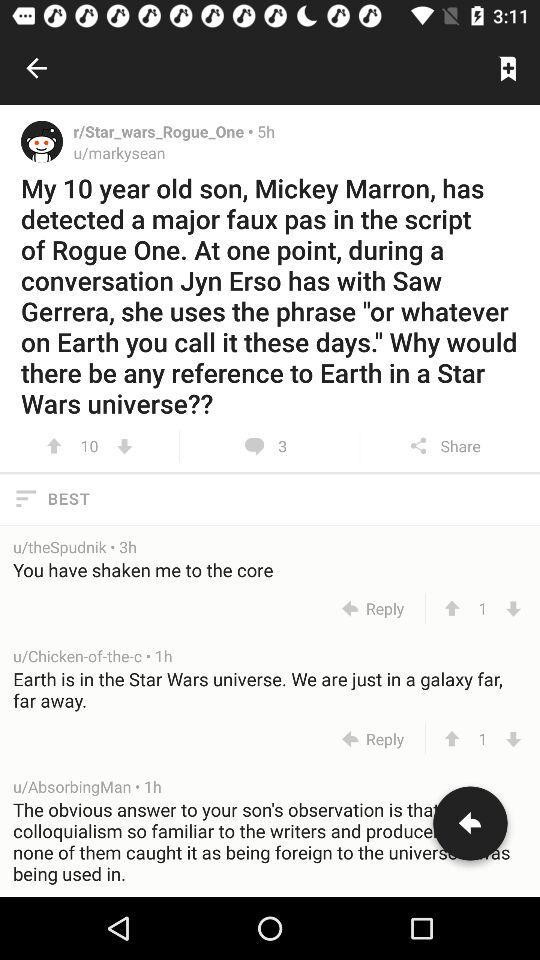  Describe the element at coordinates (124, 446) in the screenshot. I see `see more` at that location.